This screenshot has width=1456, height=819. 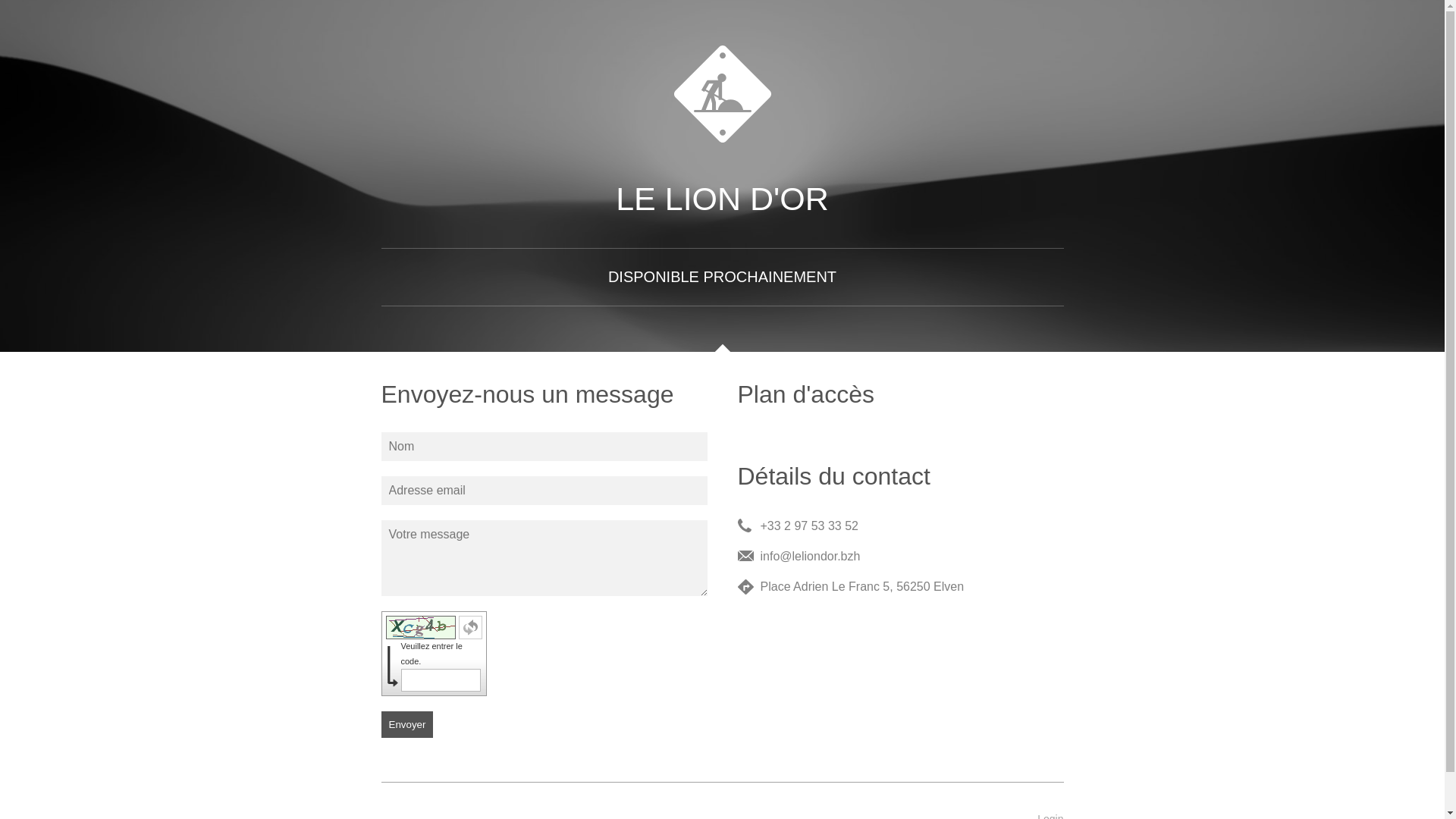 I want to click on 'Envoyer', so click(x=406, y=723).